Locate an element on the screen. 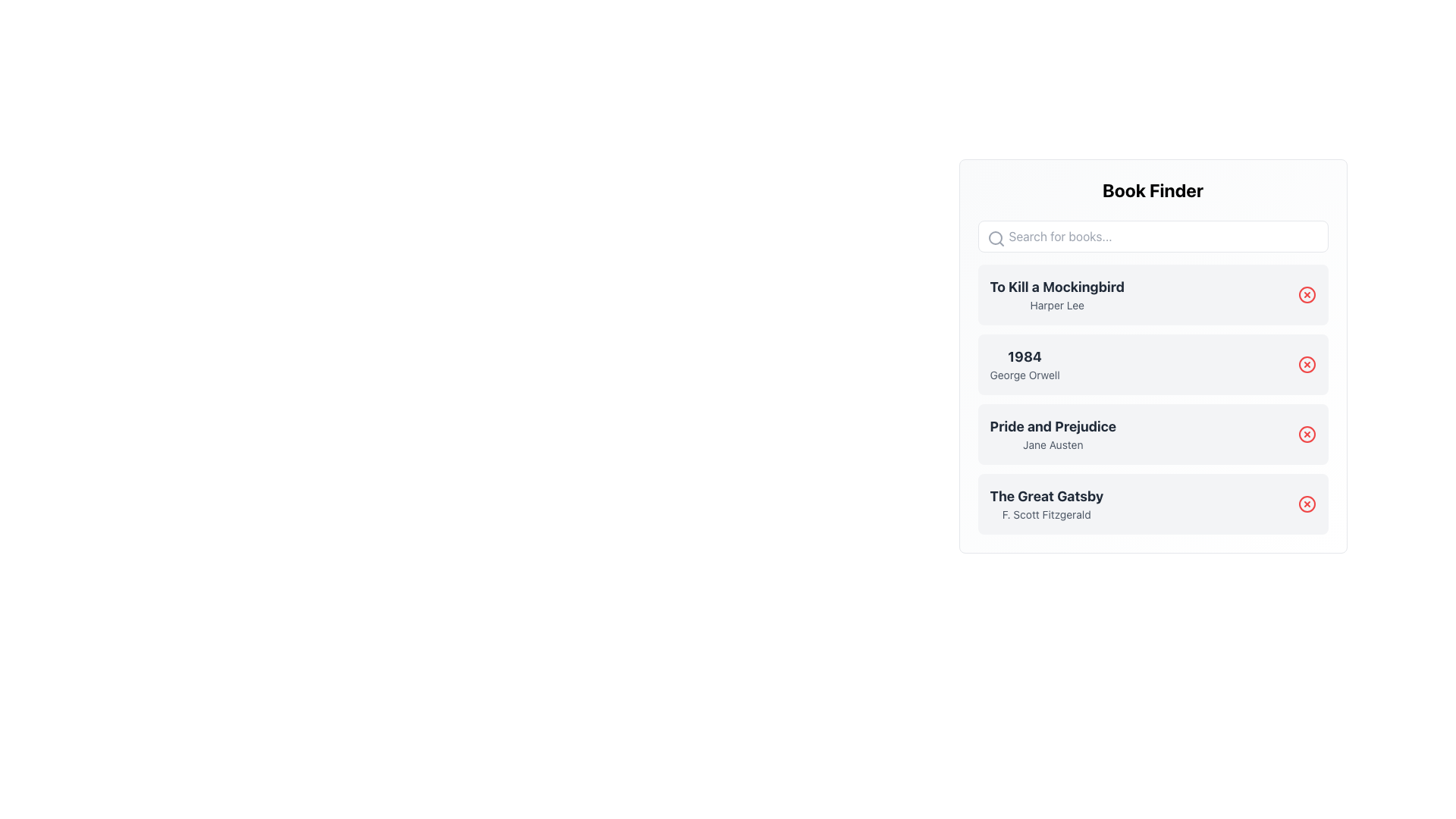  the '1984' text label is located at coordinates (1025, 356).